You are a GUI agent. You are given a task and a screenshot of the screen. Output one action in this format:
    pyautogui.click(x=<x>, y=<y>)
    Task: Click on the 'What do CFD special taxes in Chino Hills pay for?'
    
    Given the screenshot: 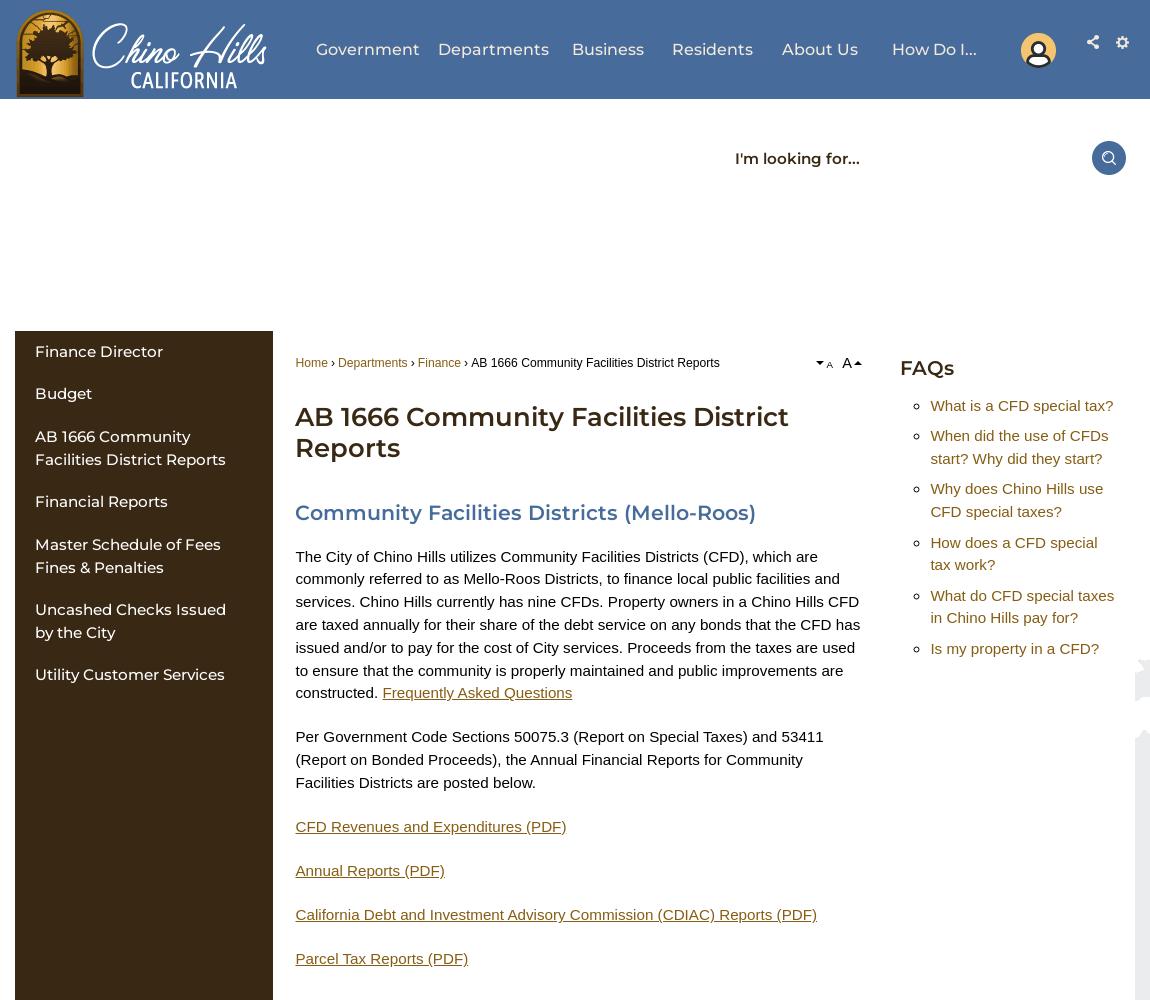 What is the action you would take?
    pyautogui.click(x=1022, y=605)
    